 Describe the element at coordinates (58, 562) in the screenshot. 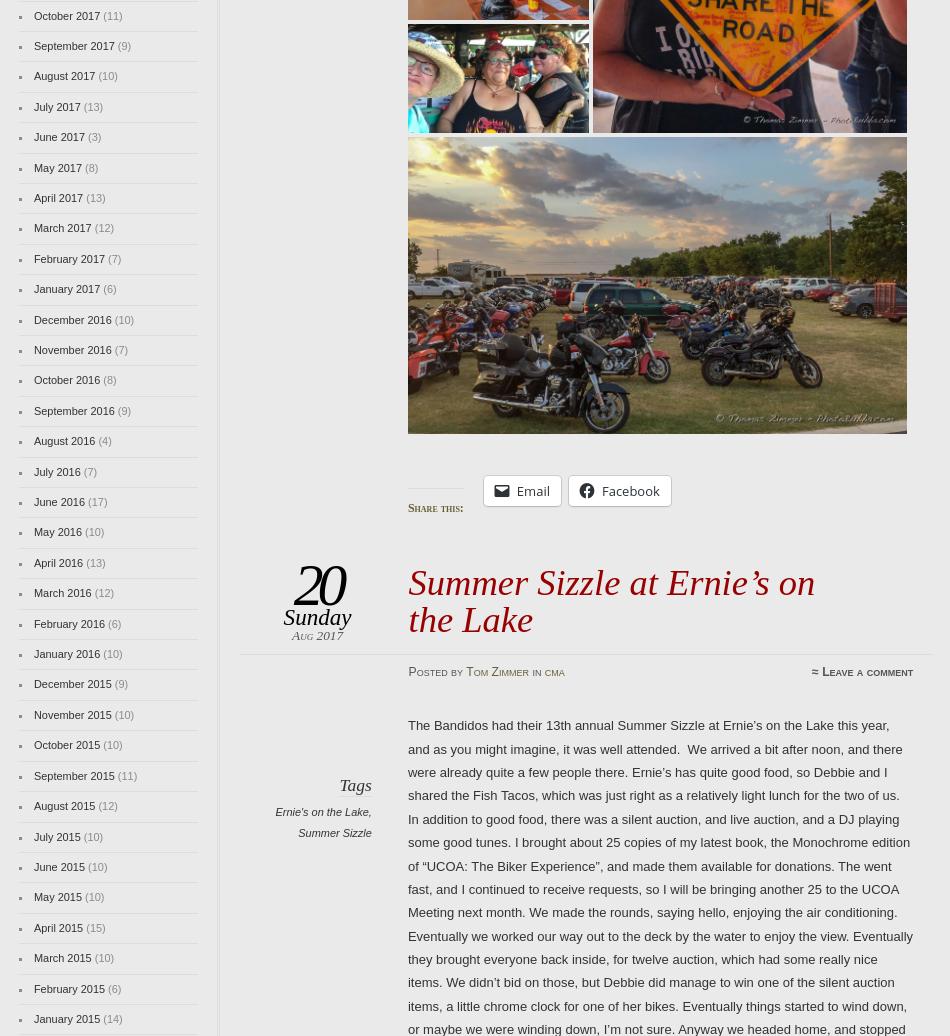

I see `'April 2016'` at that location.